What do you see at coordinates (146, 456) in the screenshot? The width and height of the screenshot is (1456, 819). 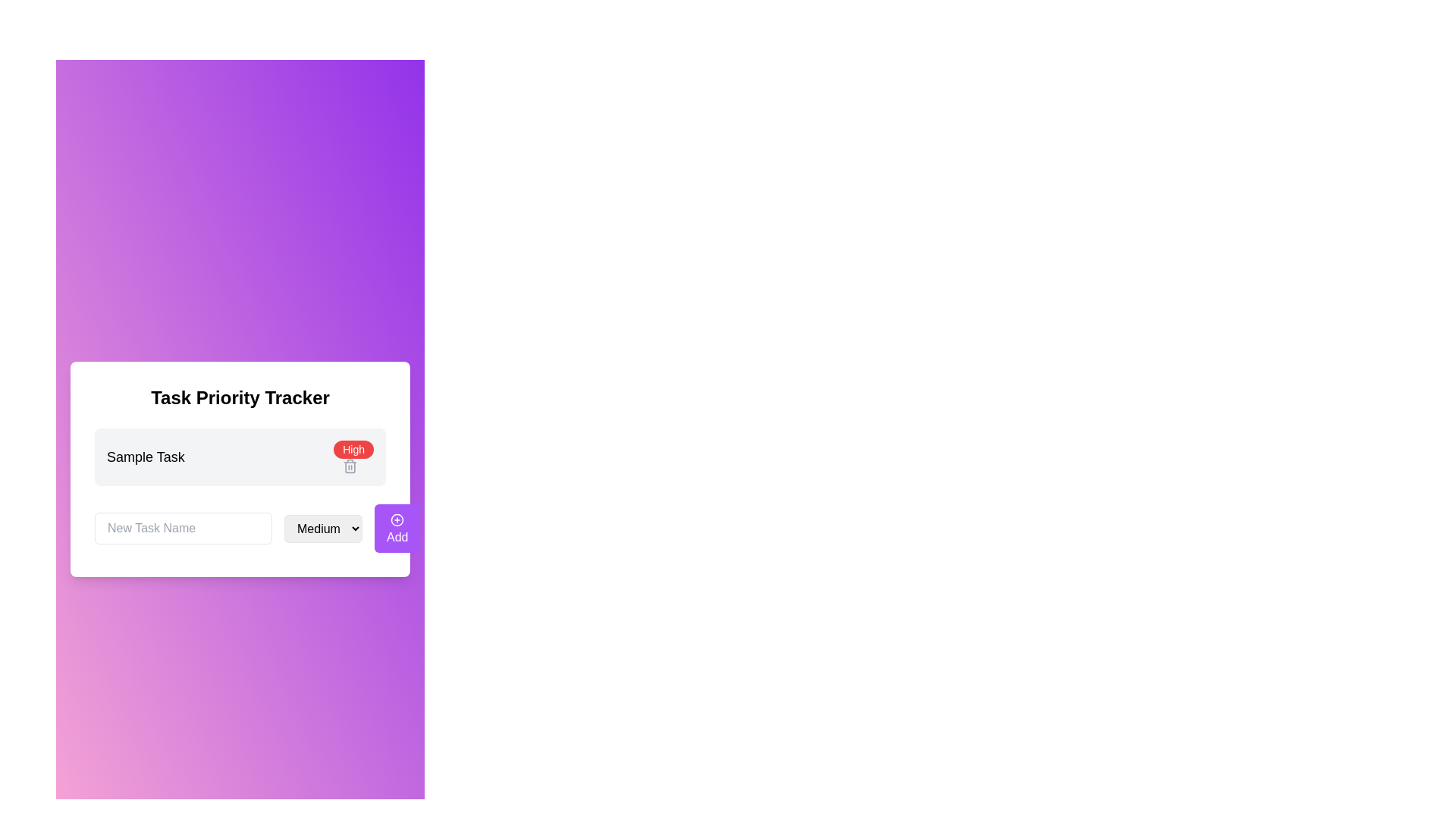 I see `the 'Sample Task' text label, which is displayed in bold black font against a light gray background, to trigger additional information` at bounding box center [146, 456].